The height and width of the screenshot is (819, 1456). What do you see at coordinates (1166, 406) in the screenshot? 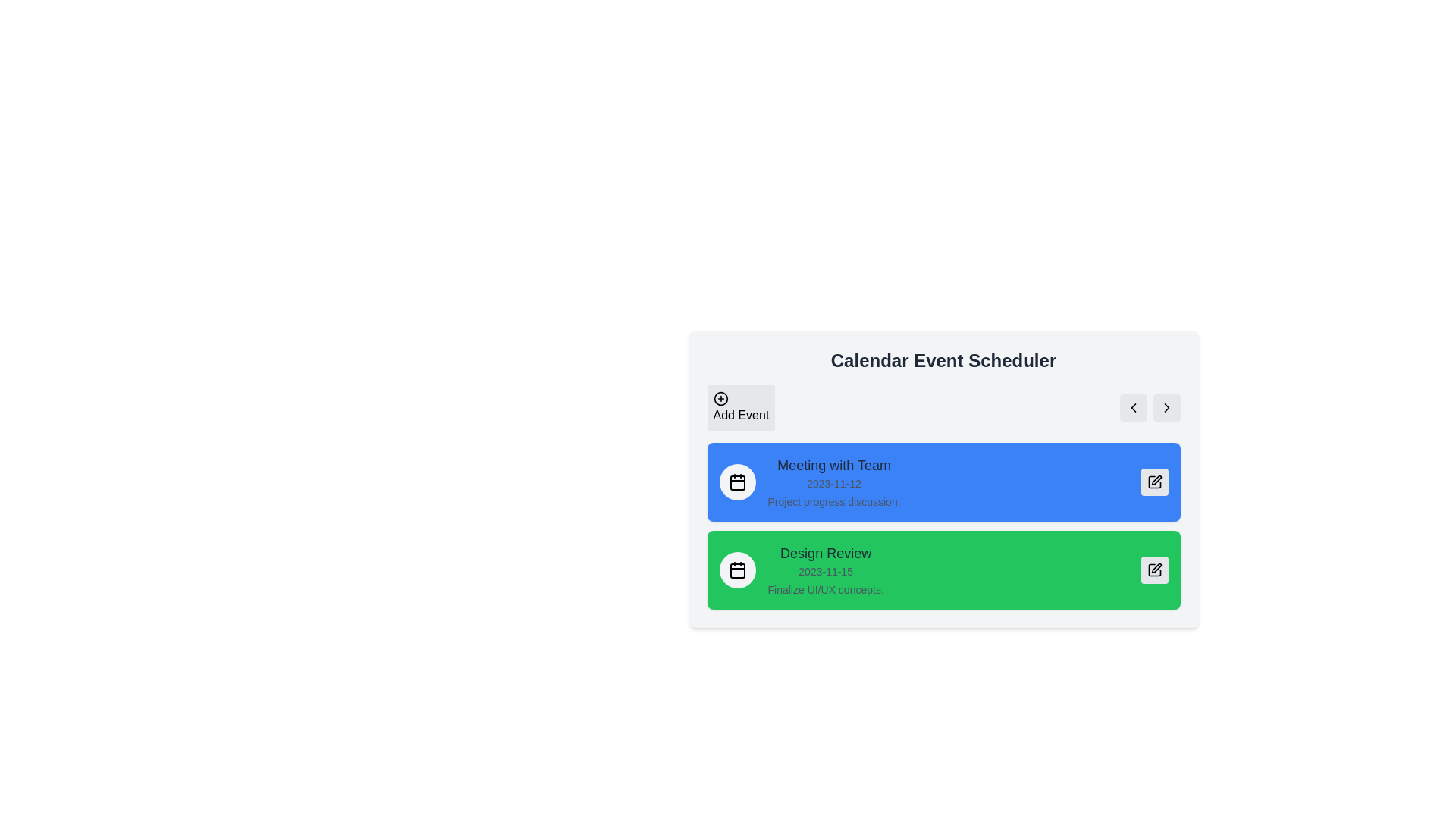
I see `the rightmost circular button with a gray background and a right-chevron icon` at bounding box center [1166, 406].